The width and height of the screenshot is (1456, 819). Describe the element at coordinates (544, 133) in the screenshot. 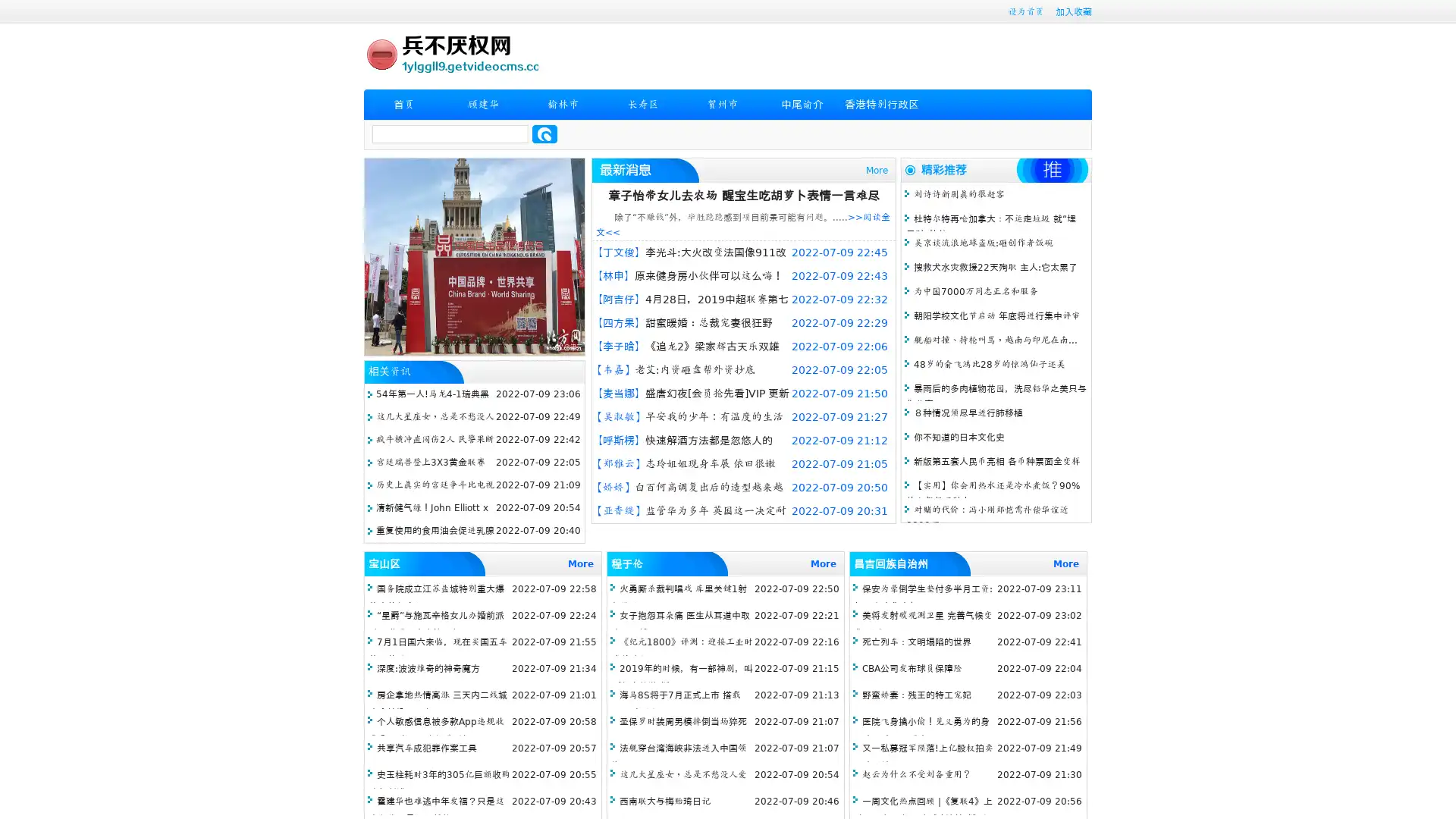

I see `Search` at that location.